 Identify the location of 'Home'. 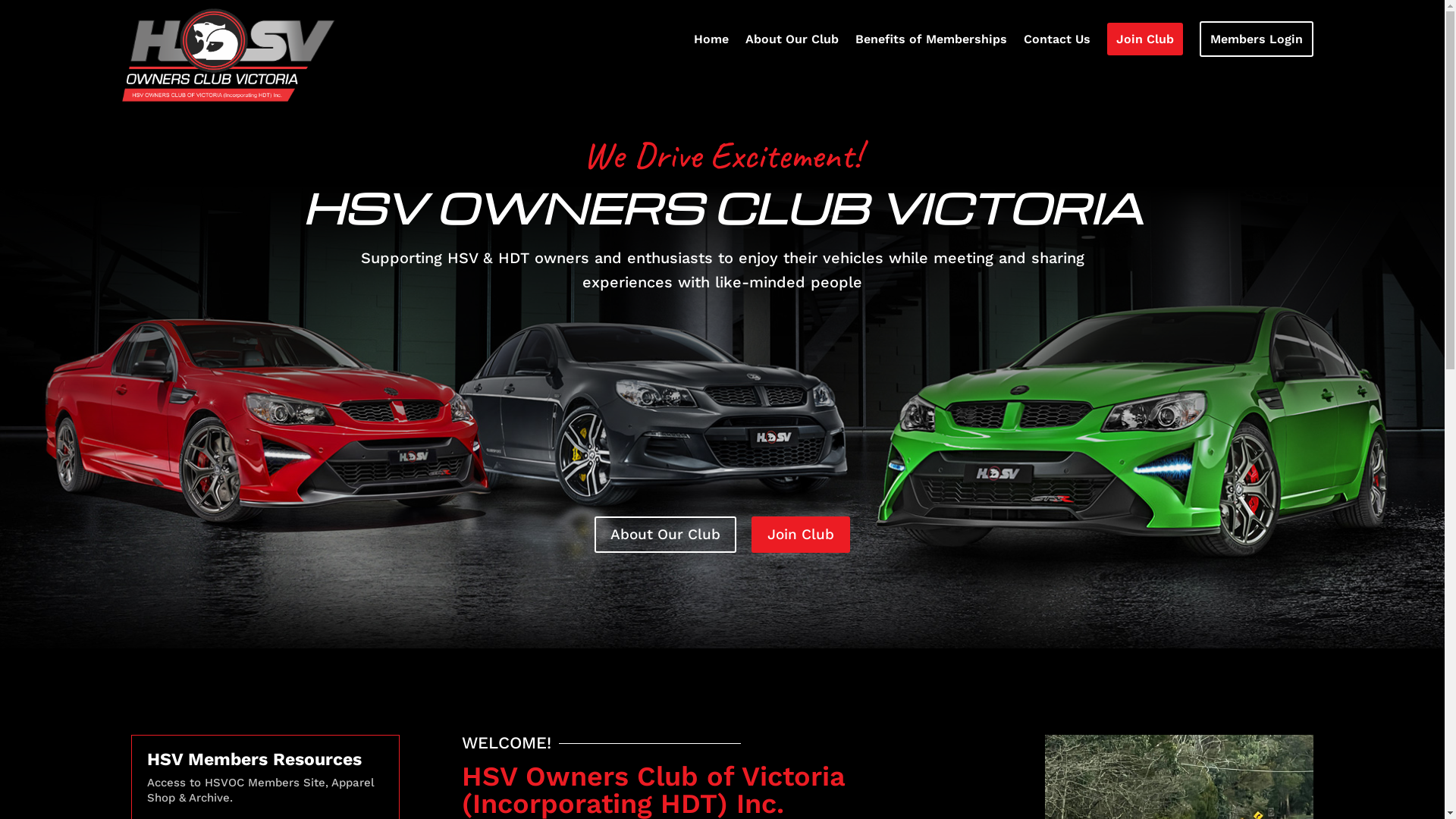
(710, 42).